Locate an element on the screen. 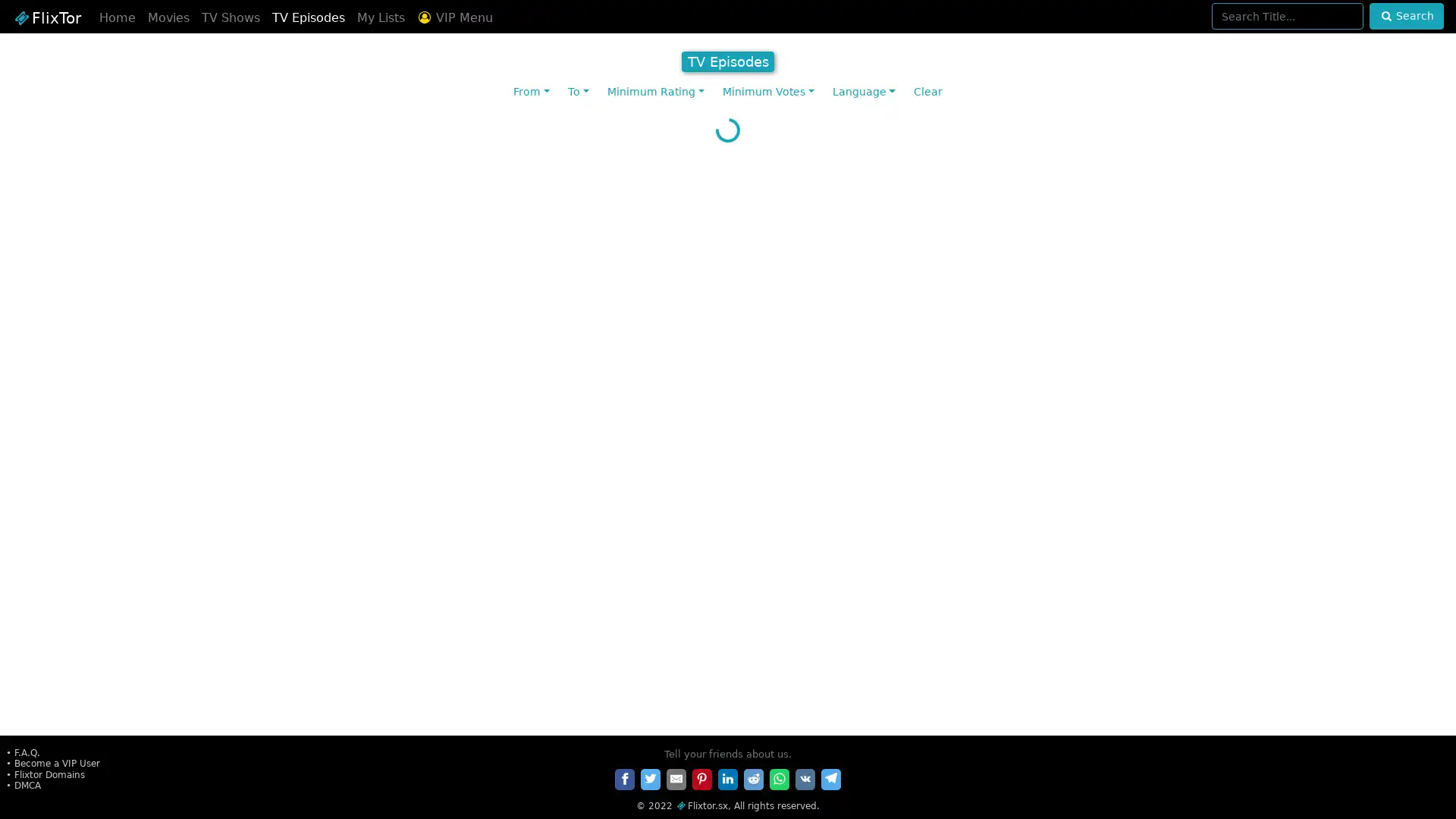  Watch Now is located at coordinates (987, 523).